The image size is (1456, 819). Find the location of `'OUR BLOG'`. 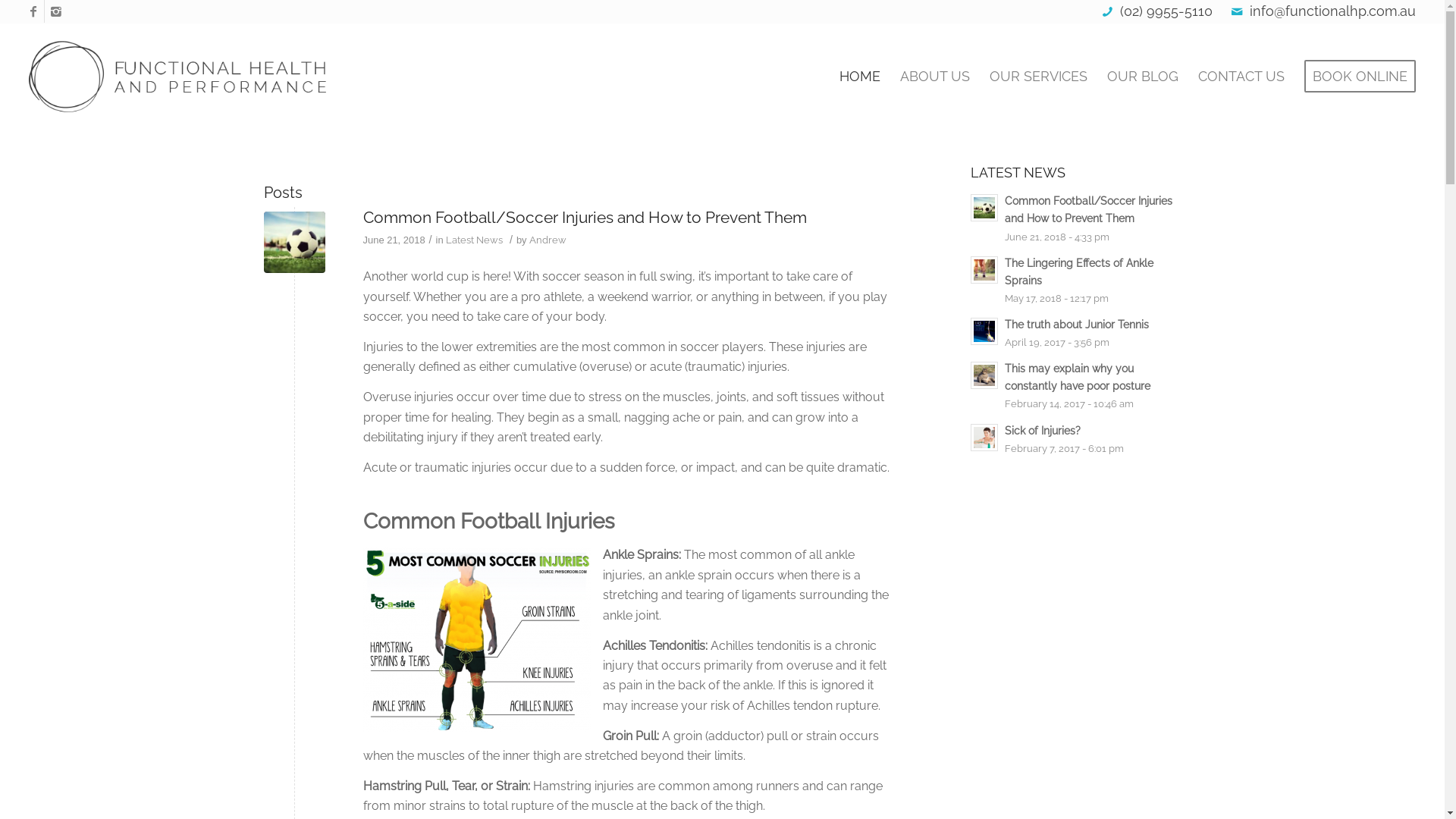

'OUR BLOG' is located at coordinates (1143, 76).